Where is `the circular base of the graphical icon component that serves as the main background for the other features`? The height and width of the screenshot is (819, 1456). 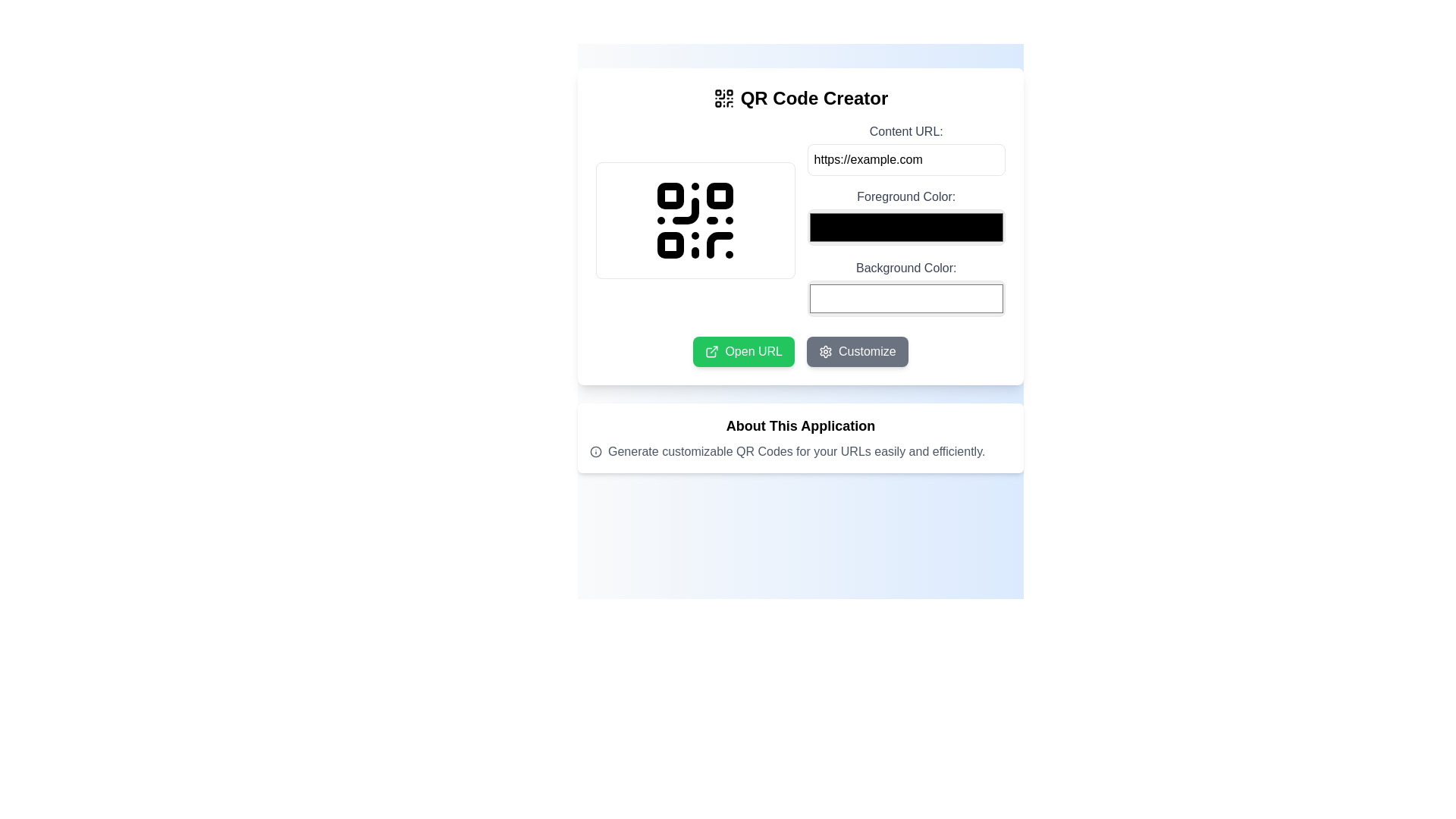
the circular base of the graphical icon component that serves as the main background for the other features is located at coordinates (595, 451).